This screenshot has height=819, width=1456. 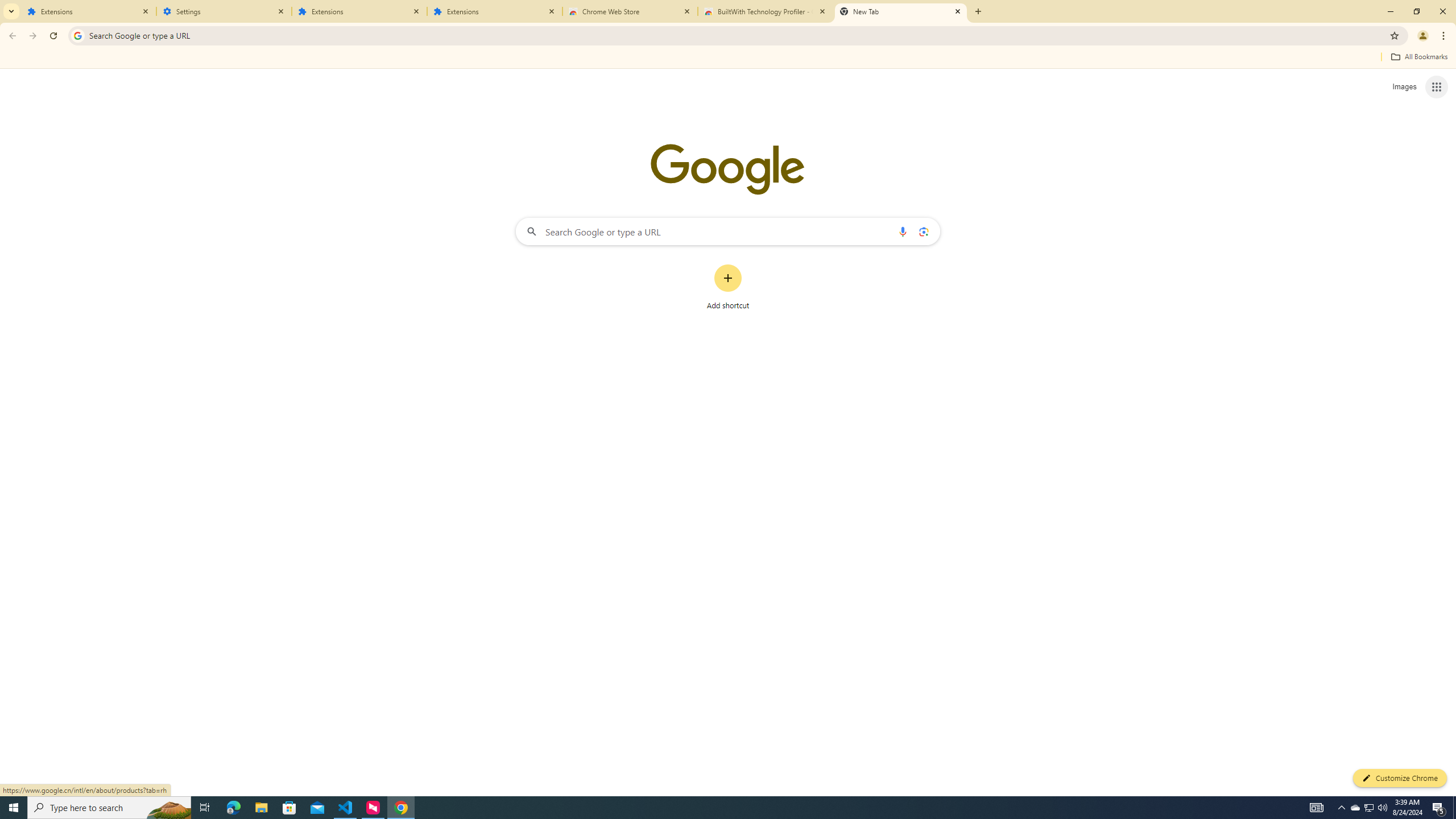 What do you see at coordinates (224, 11) in the screenshot?
I see `'Settings'` at bounding box center [224, 11].